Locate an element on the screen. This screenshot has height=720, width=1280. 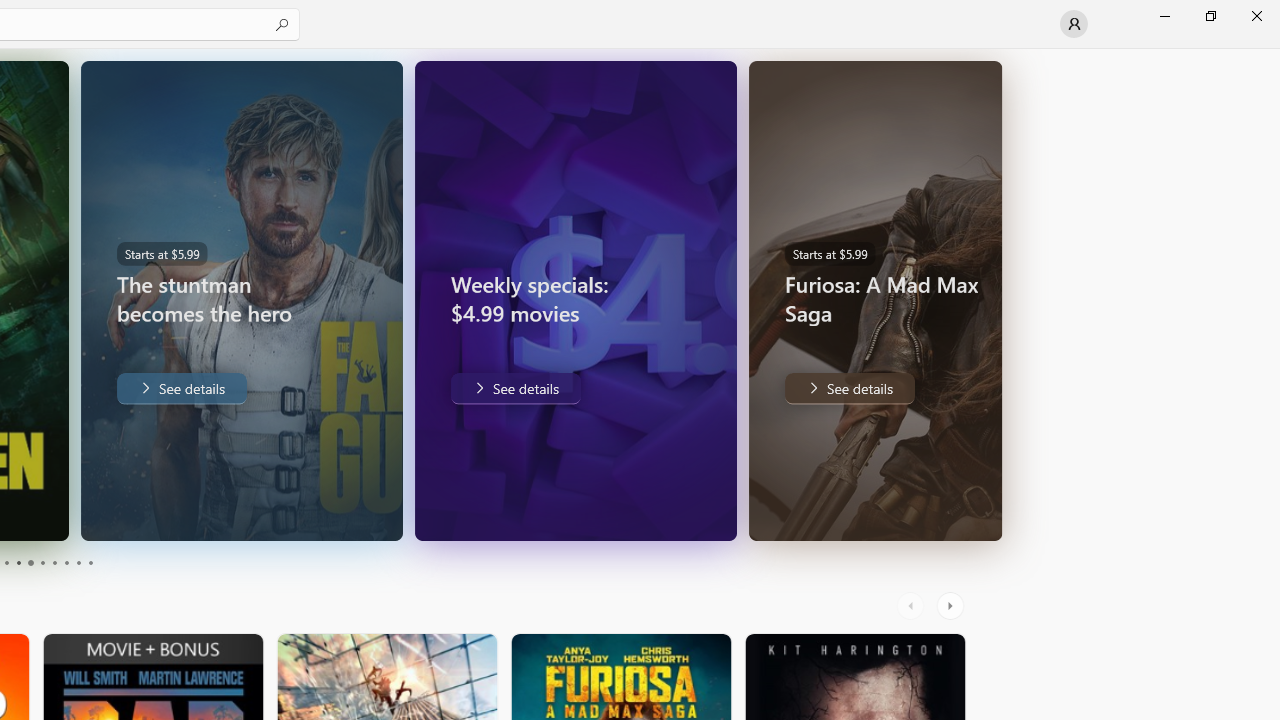
'Minimize Microsoft Store' is located at coordinates (1164, 15).